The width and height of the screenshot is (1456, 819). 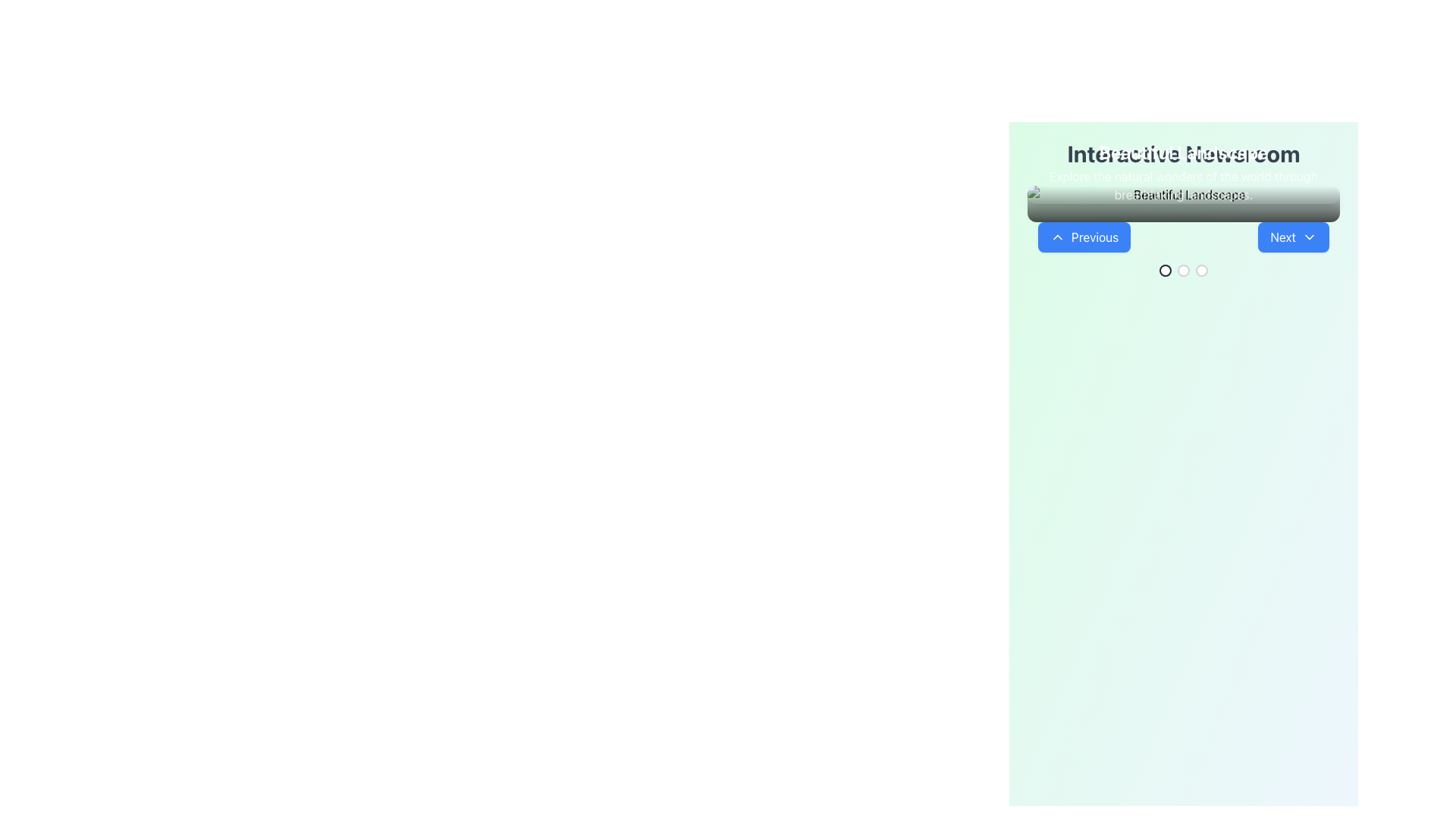 I want to click on the first circular Interactive Indicator located below the navigational section with 'Previous' and 'Next' buttons, so click(x=1164, y=270).